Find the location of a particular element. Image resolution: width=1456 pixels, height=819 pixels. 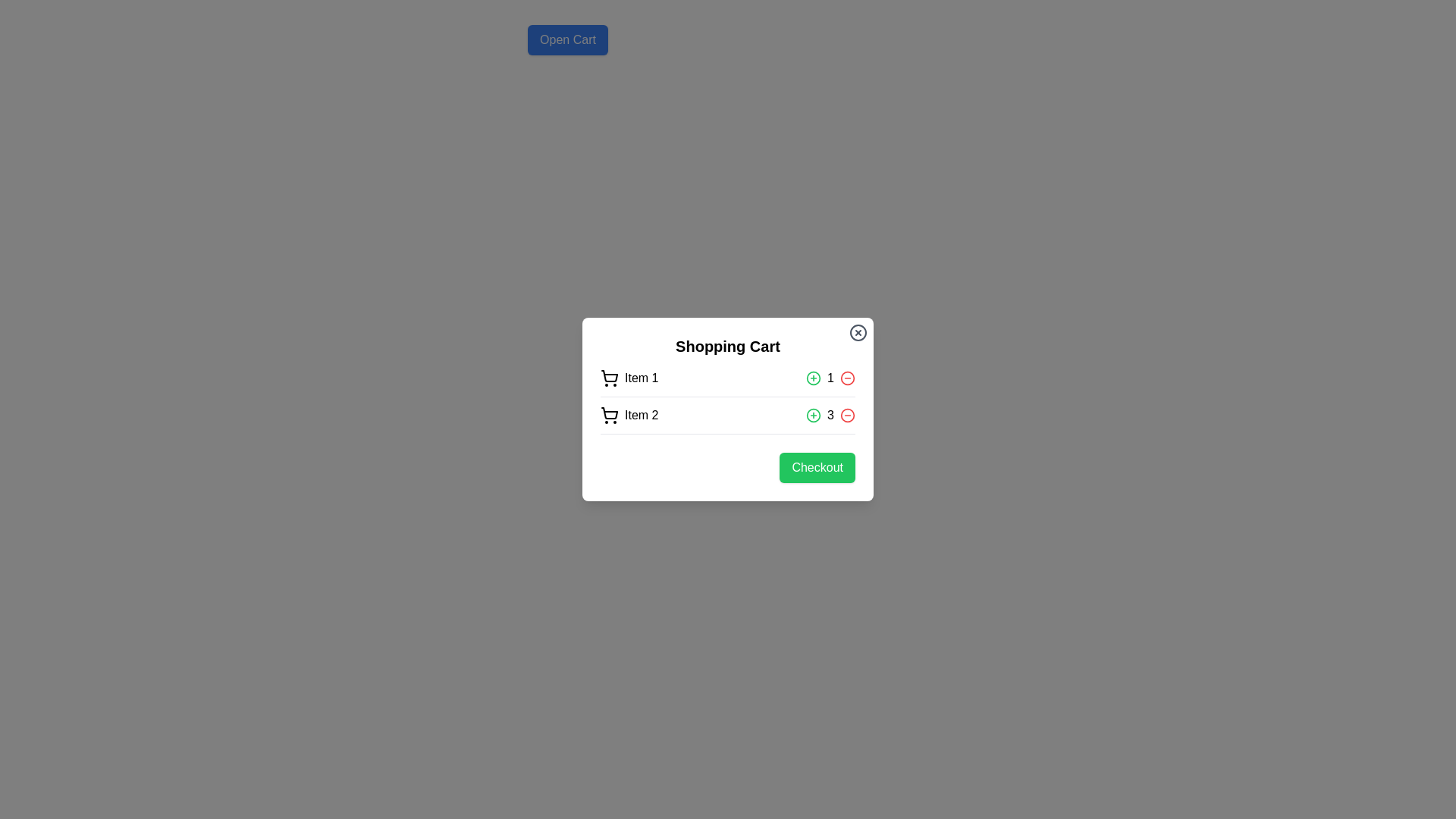

the circular element with a minus symbol in the shopping cart dialog for 'Item 2' is located at coordinates (847, 415).